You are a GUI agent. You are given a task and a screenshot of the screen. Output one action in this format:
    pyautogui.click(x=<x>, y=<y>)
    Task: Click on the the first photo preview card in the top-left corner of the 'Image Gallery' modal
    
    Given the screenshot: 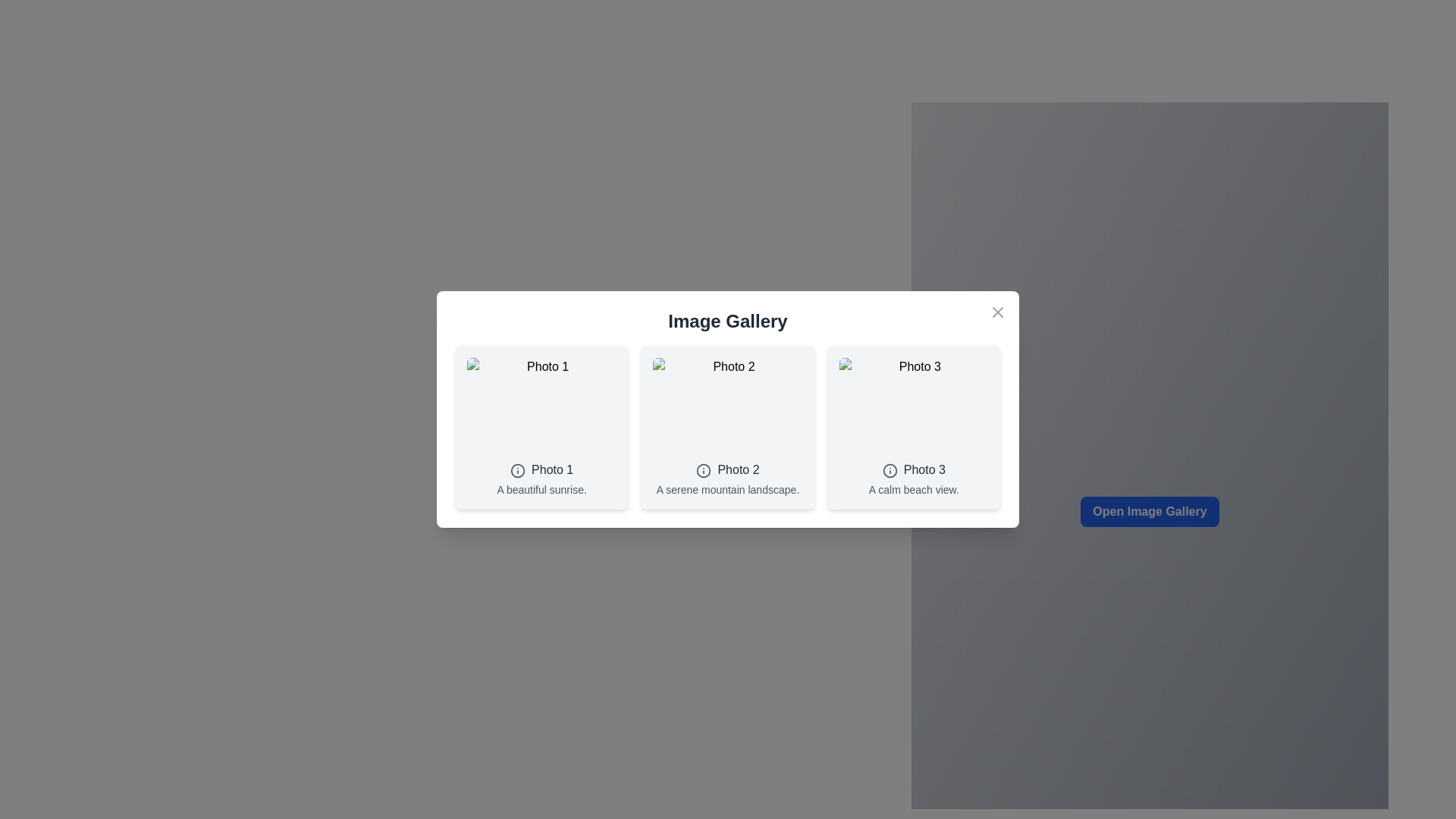 What is the action you would take?
    pyautogui.click(x=541, y=427)
    